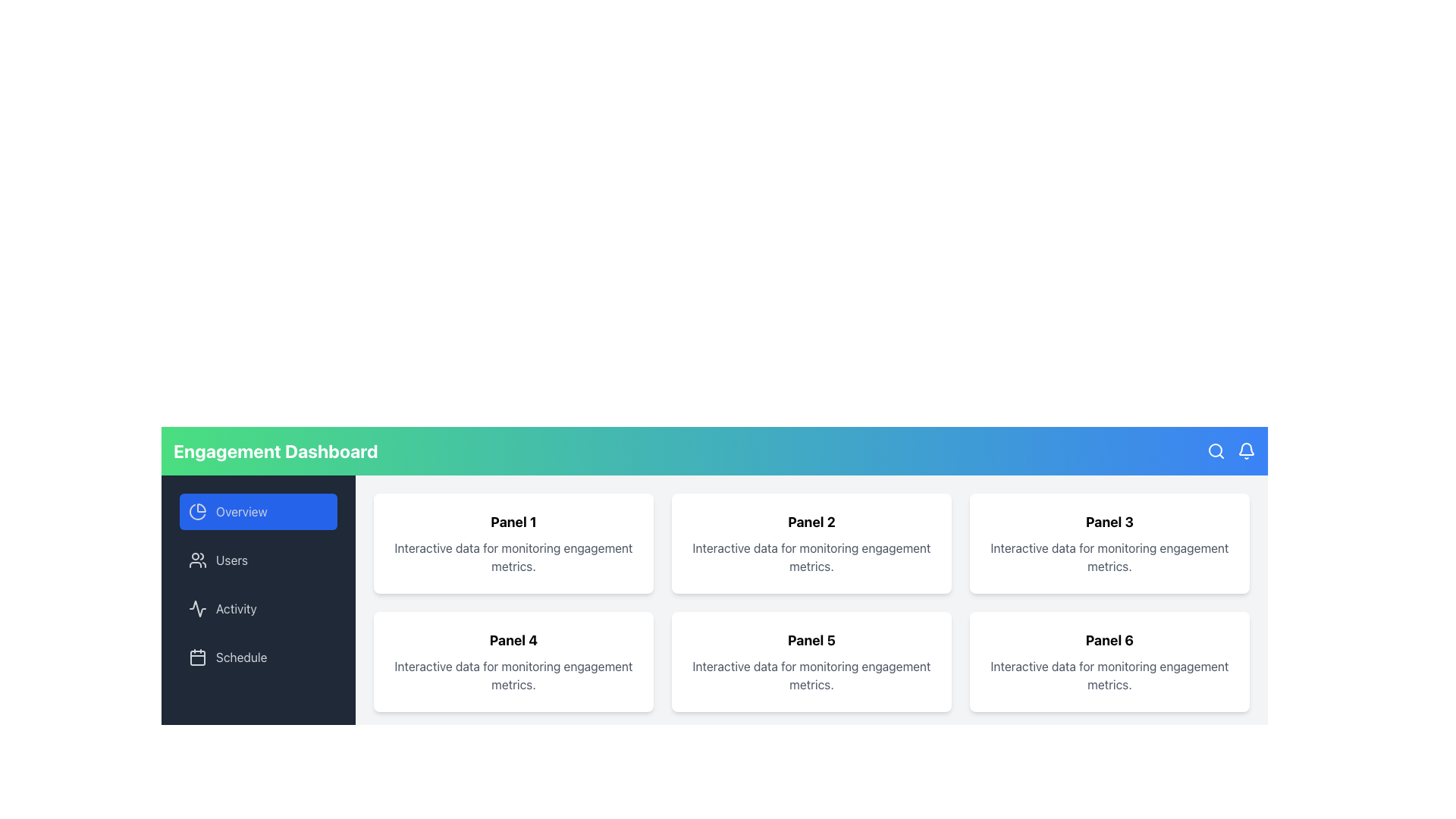 The image size is (1456, 819). I want to click on the informational panel located in the bottom-right corner of the grid layout, specifically the sixth panel which provides engagement metrics, so click(1109, 661).